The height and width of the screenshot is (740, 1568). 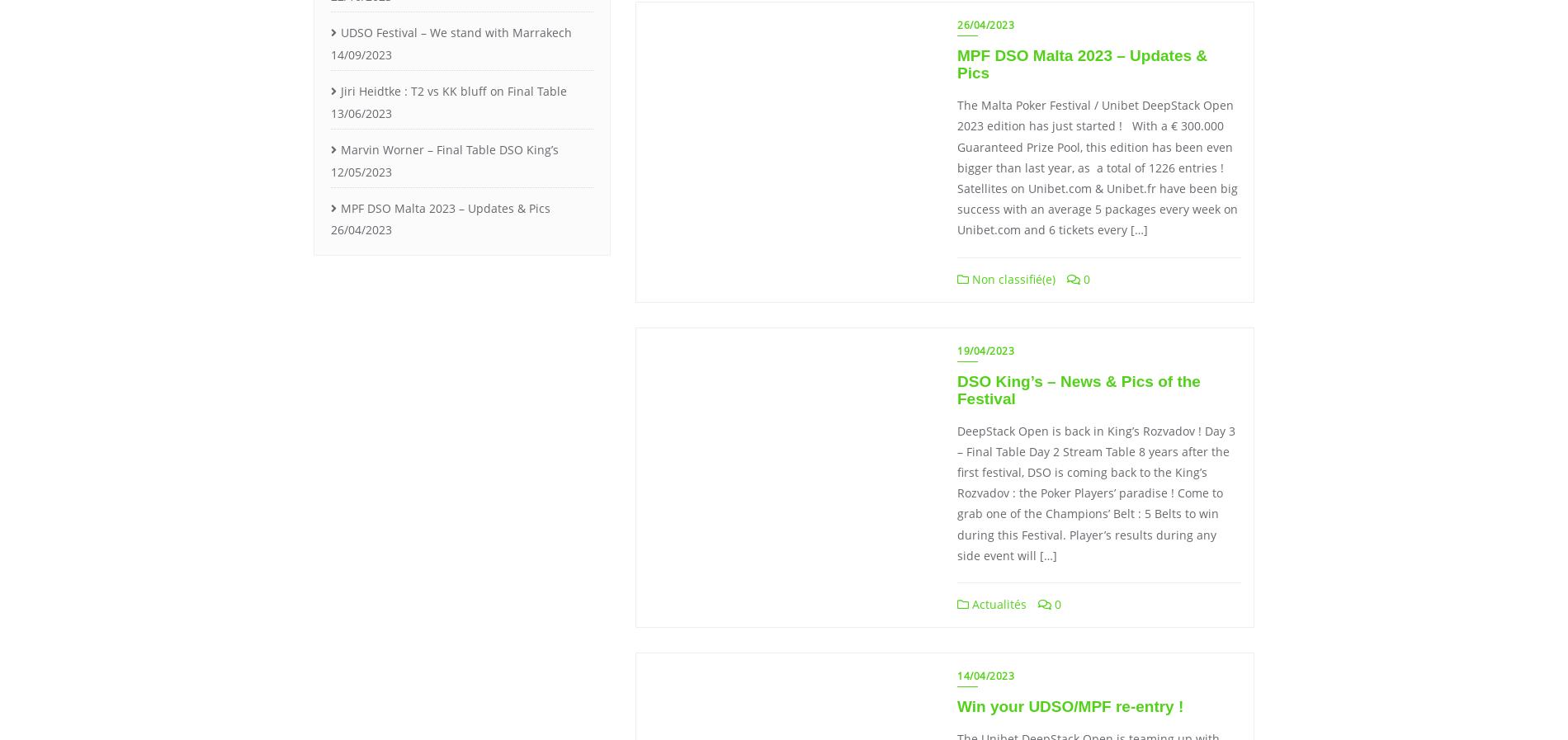 What do you see at coordinates (360, 170) in the screenshot?
I see `'12/05/2023'` at bounding box center [360, 170].